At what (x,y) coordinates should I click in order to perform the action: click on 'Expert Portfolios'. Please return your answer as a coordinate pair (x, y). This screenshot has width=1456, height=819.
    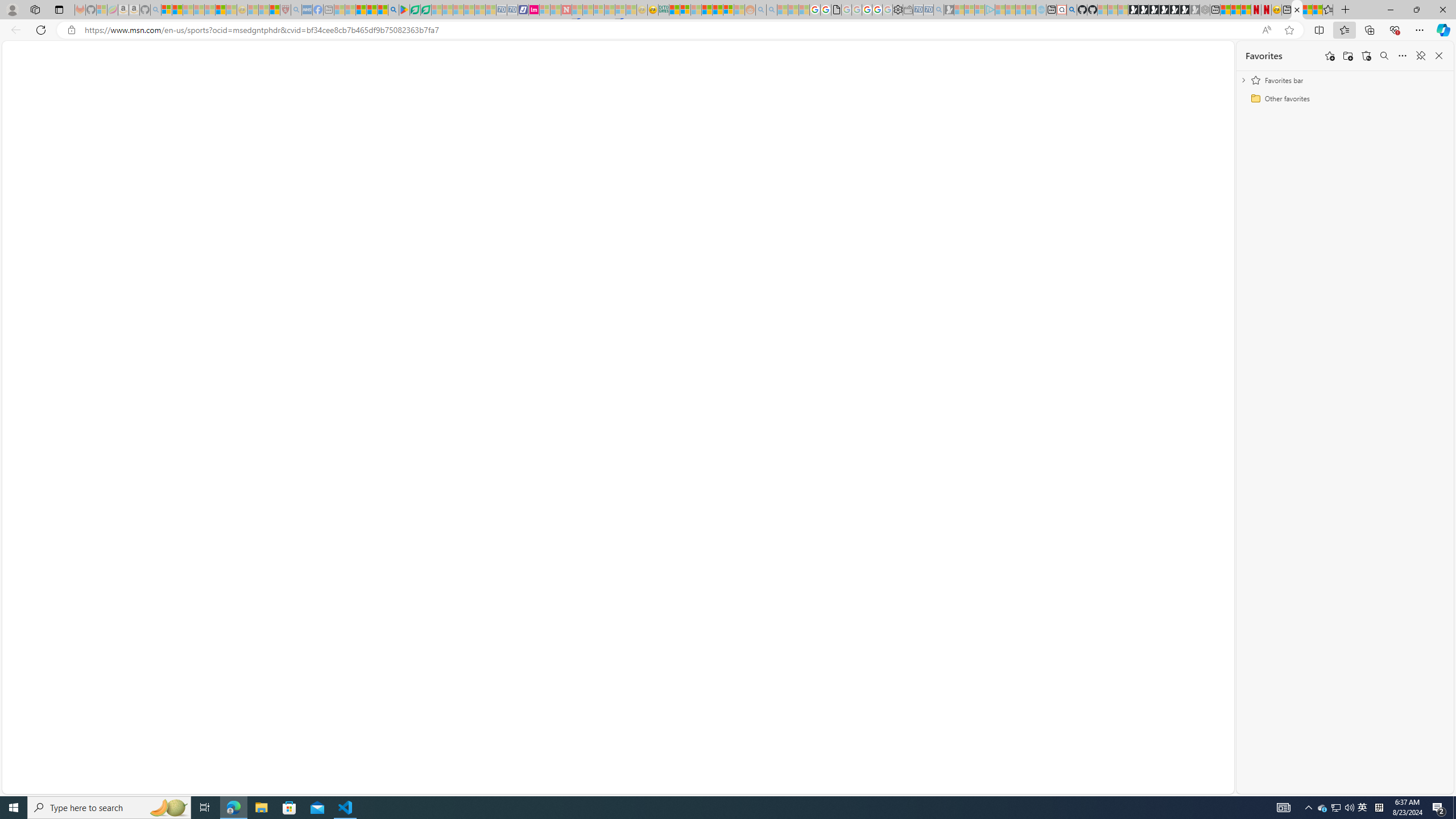
    Looking at the image, I should click on (707, 9).